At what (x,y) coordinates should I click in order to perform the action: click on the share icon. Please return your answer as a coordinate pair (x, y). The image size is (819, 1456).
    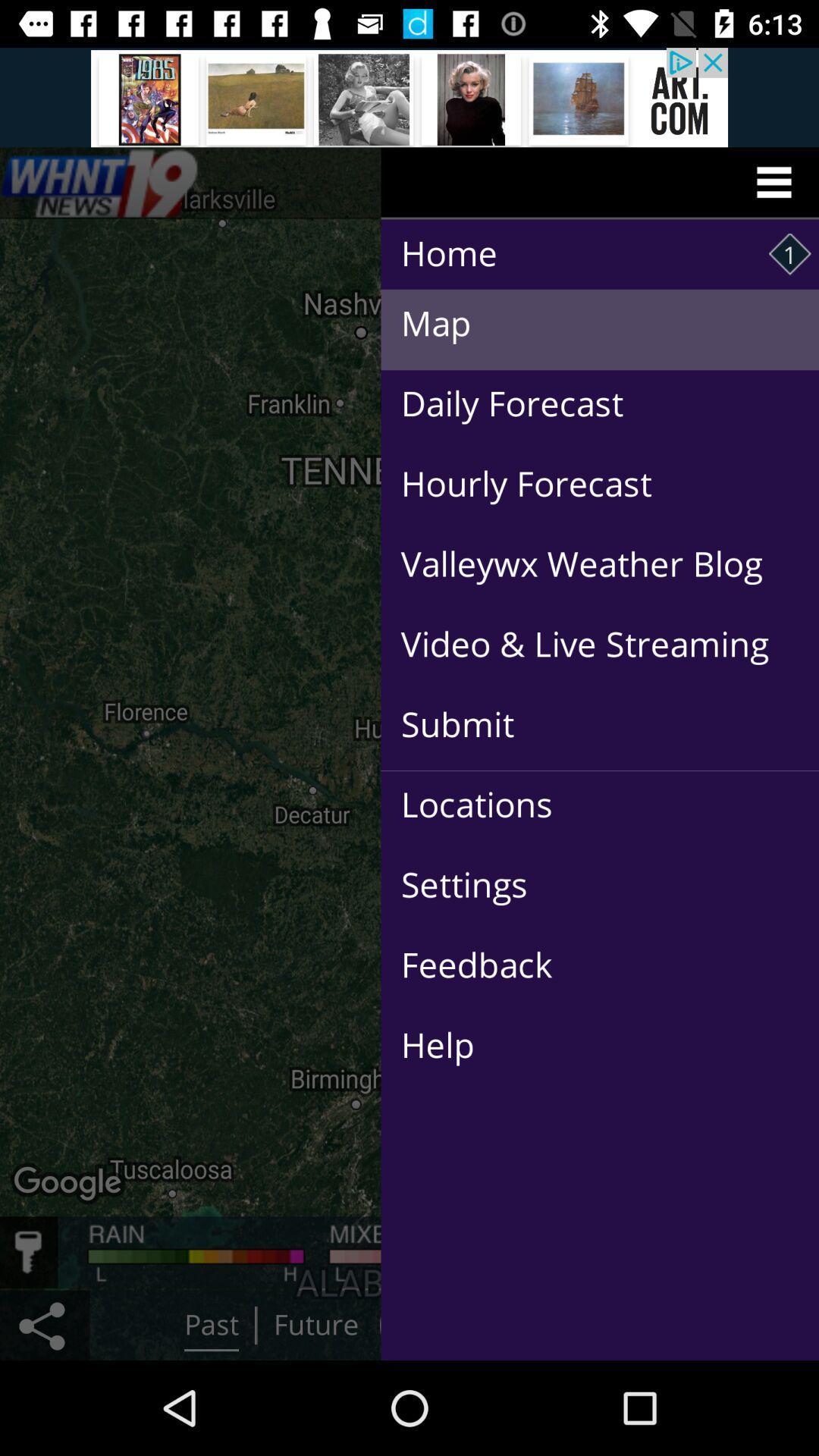
    Looking at the image, I should click on (44, 1324).